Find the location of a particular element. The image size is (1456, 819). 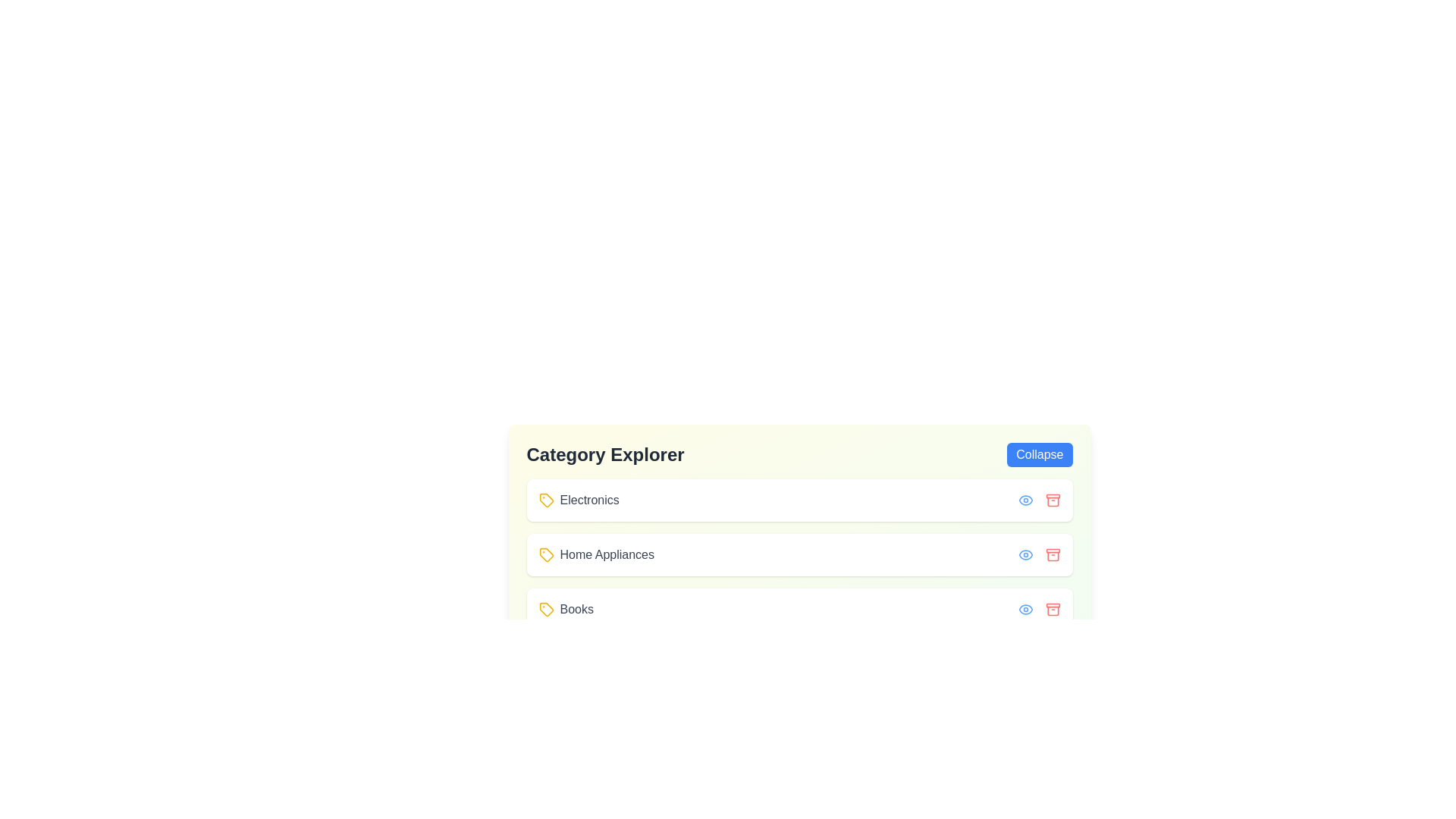

the eye icon located in the interactive toolbar of the 'Category Explorer' section is located at coordinates (1025, 500).